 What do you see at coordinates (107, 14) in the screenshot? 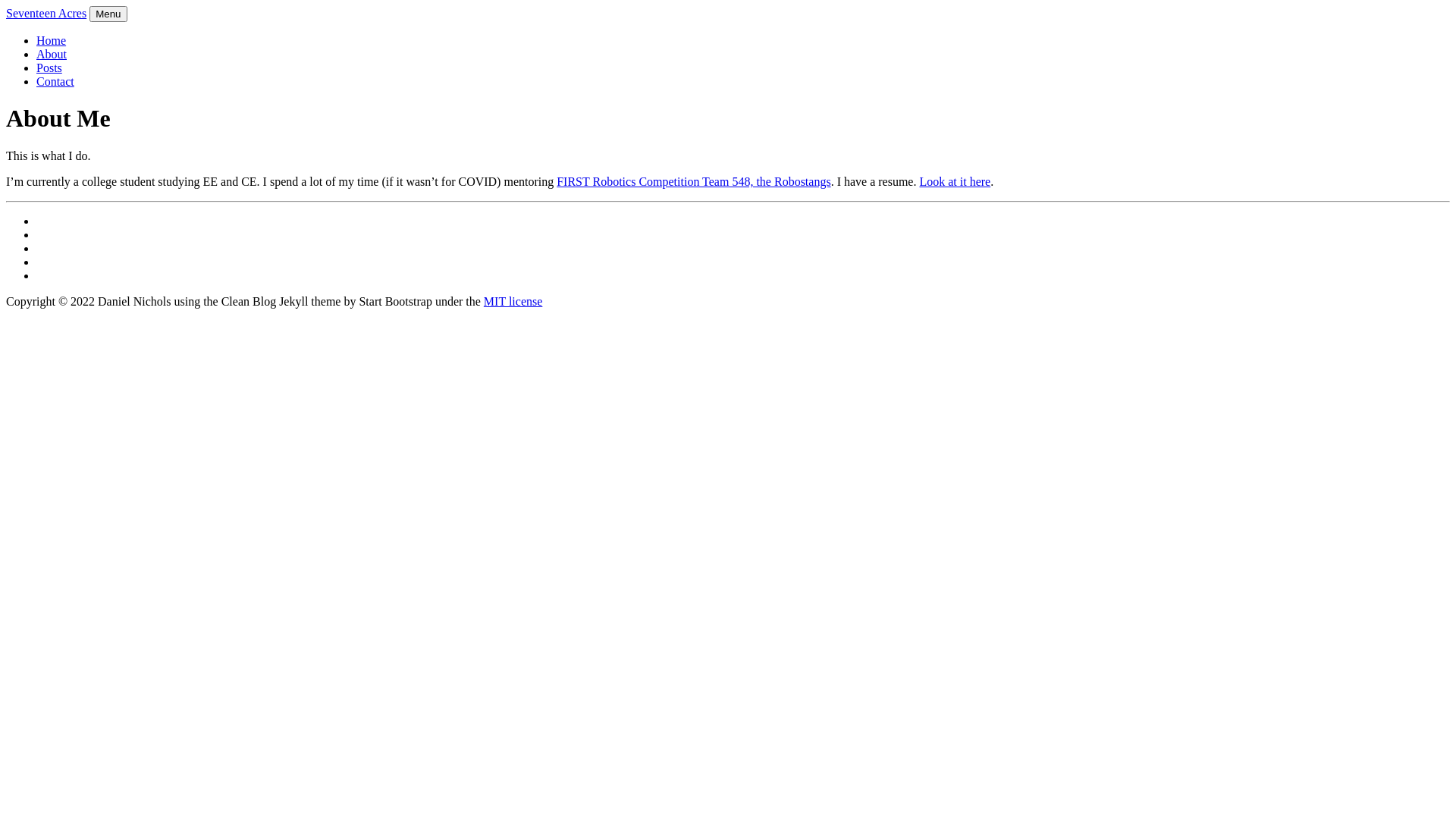
I see `'Menu'` at bounding box center [107, 14].